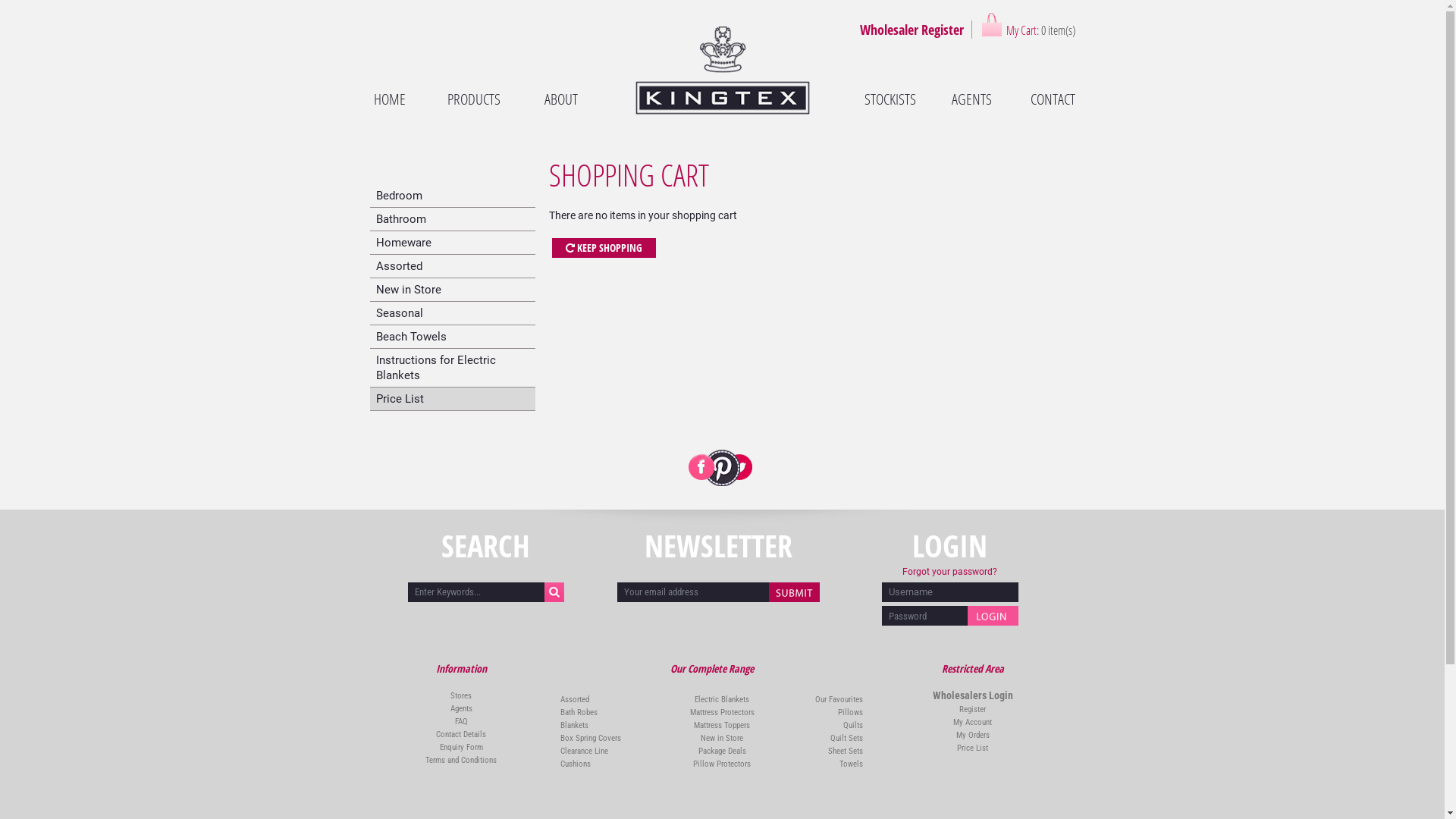 This screenshot has height=819, width=1456. I want to click on 'Stores', so click(460, 695).